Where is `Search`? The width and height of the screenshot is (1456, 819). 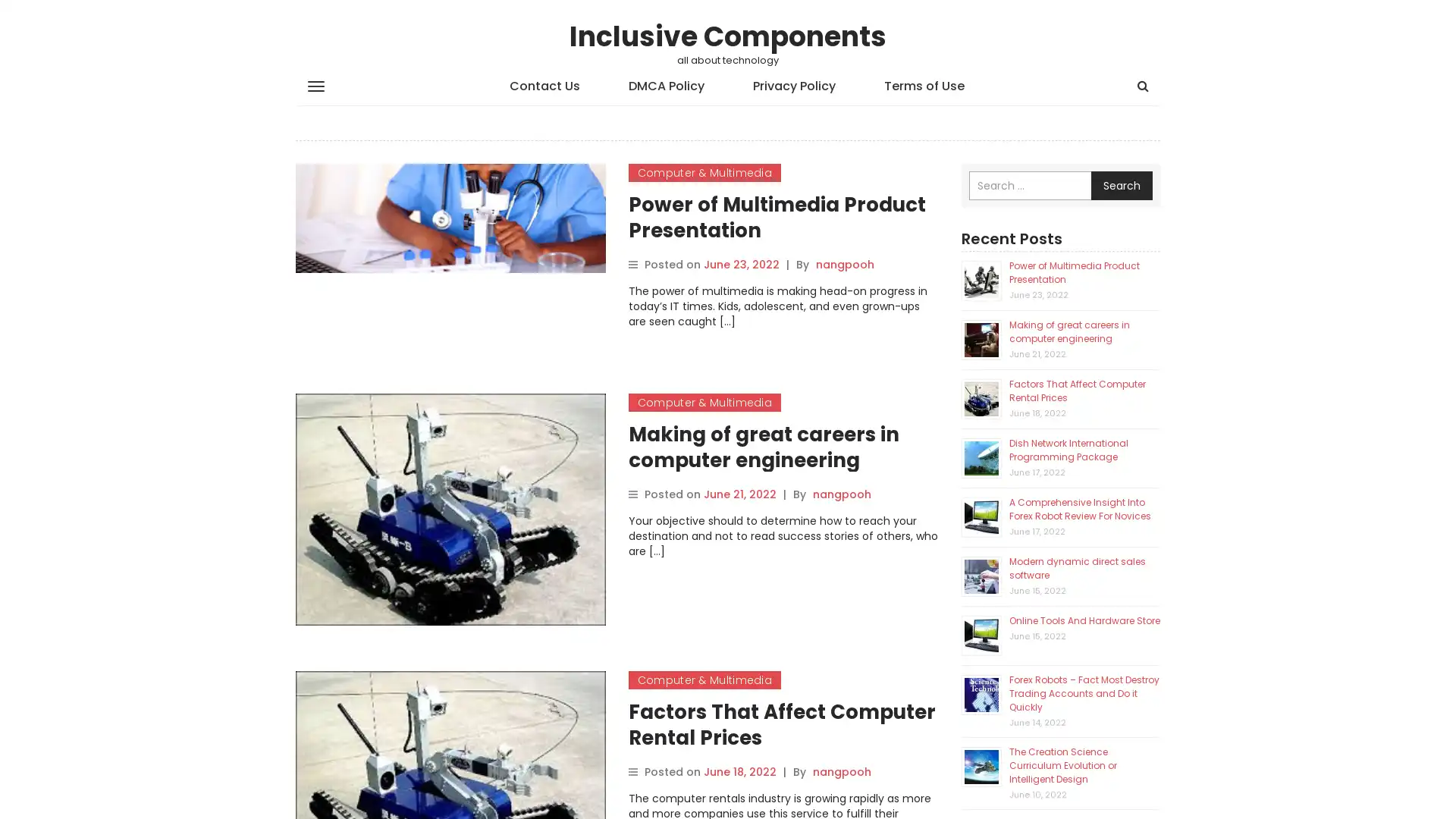 Search is located at coordinates (1122, 185).